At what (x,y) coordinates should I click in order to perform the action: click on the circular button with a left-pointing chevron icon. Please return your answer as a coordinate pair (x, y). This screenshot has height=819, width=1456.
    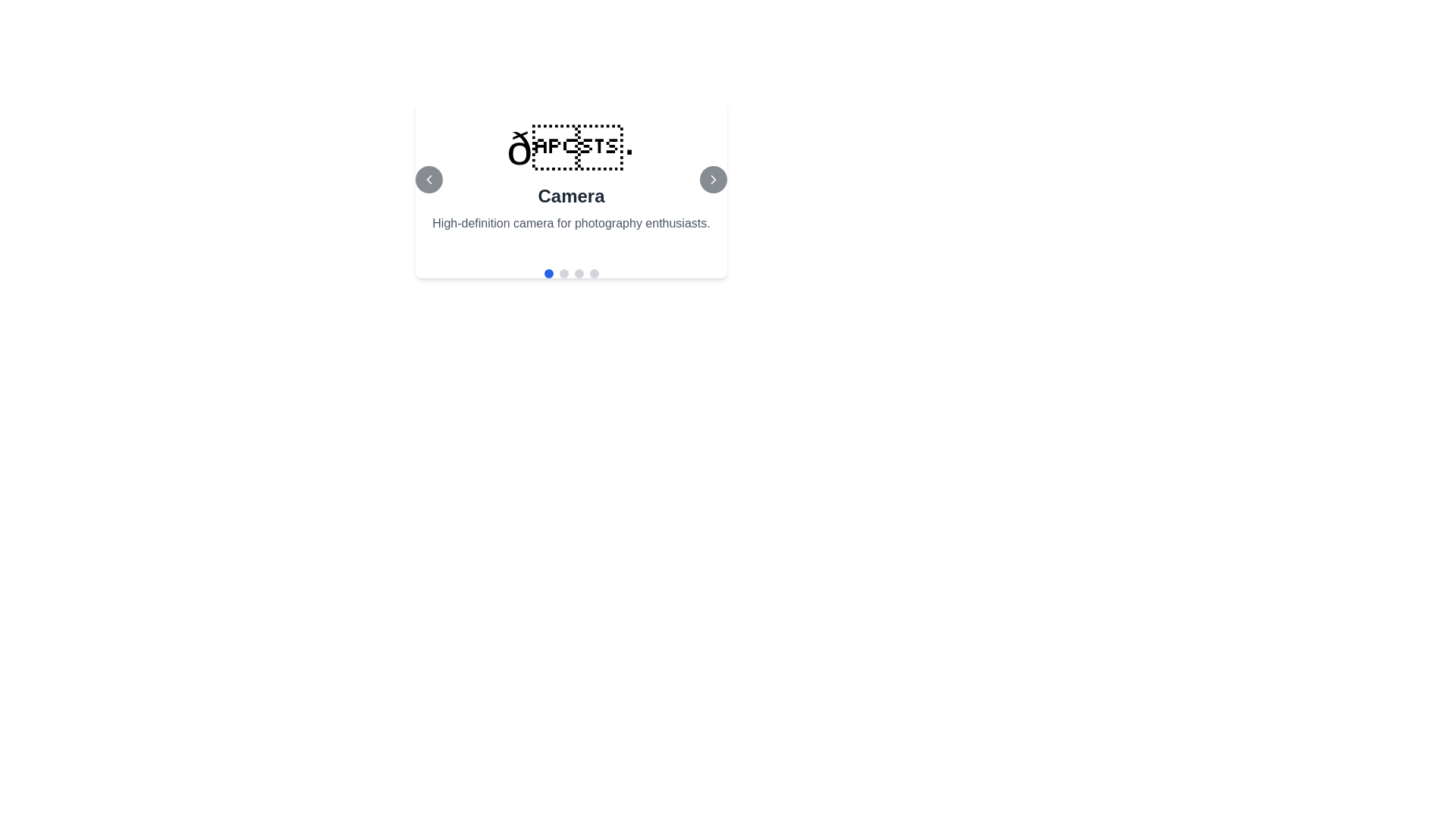
    Looking at the image, I should click on (428, 178).